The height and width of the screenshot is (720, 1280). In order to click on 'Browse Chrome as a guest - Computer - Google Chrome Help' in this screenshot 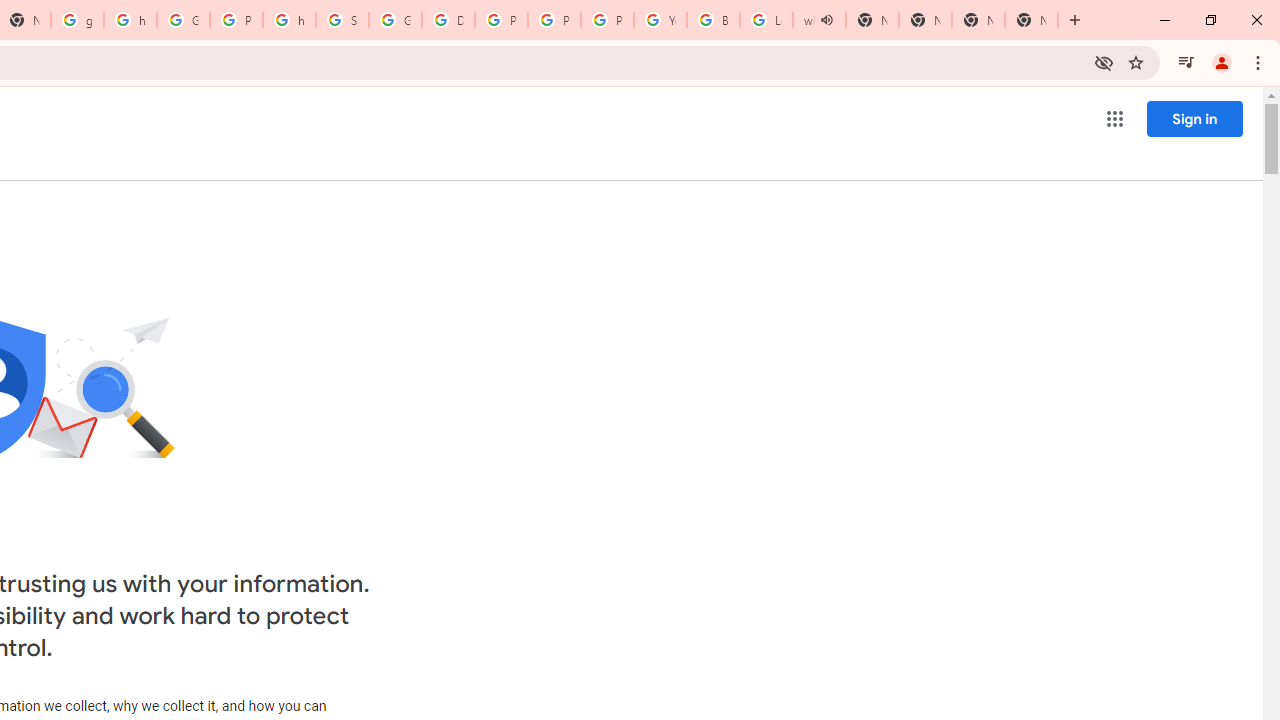, I will do `click(713, 20)`.